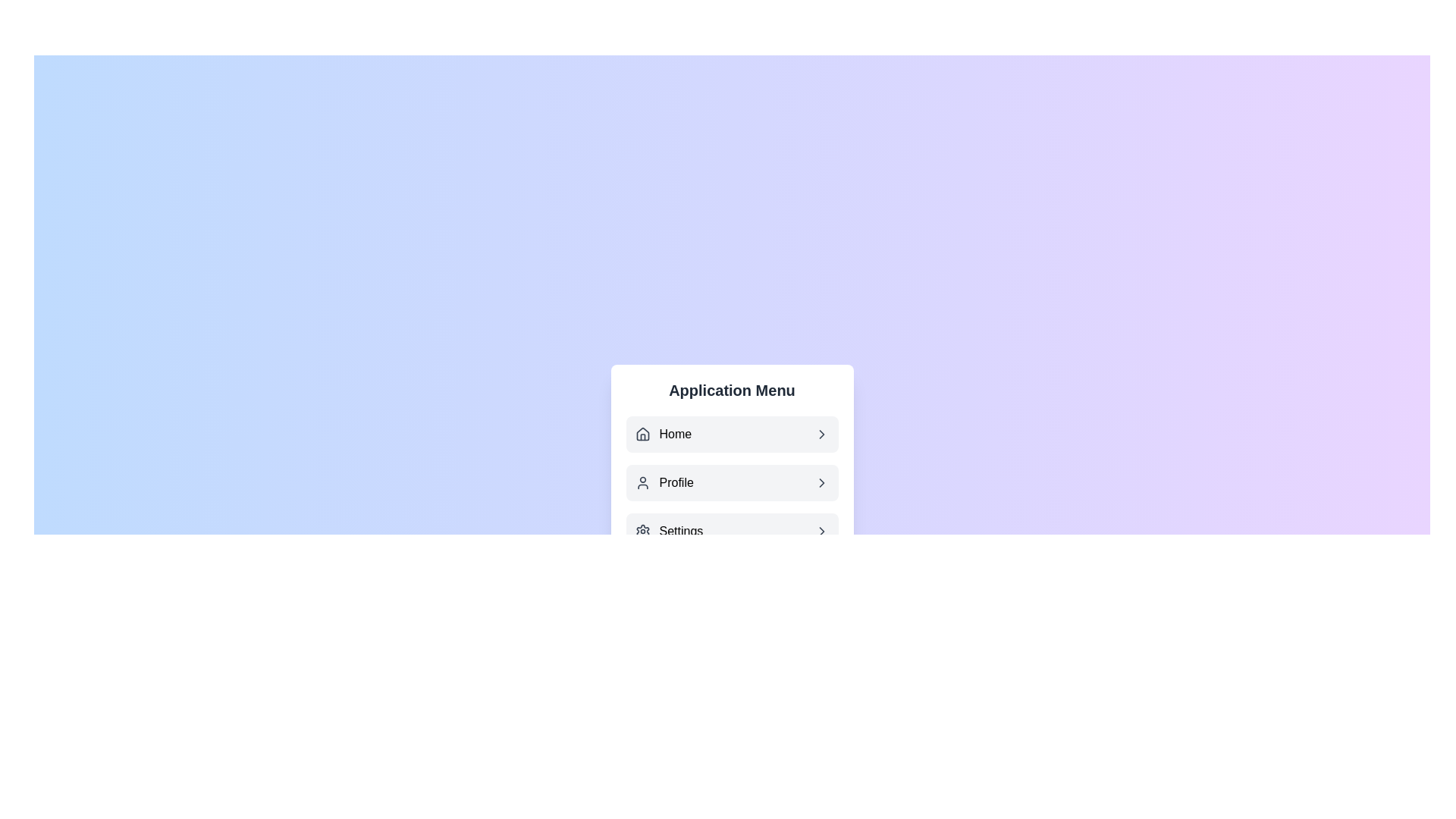  I want to click on the Chevron icon at the far-right of the 'Settings' menu item, so click(821, 531).